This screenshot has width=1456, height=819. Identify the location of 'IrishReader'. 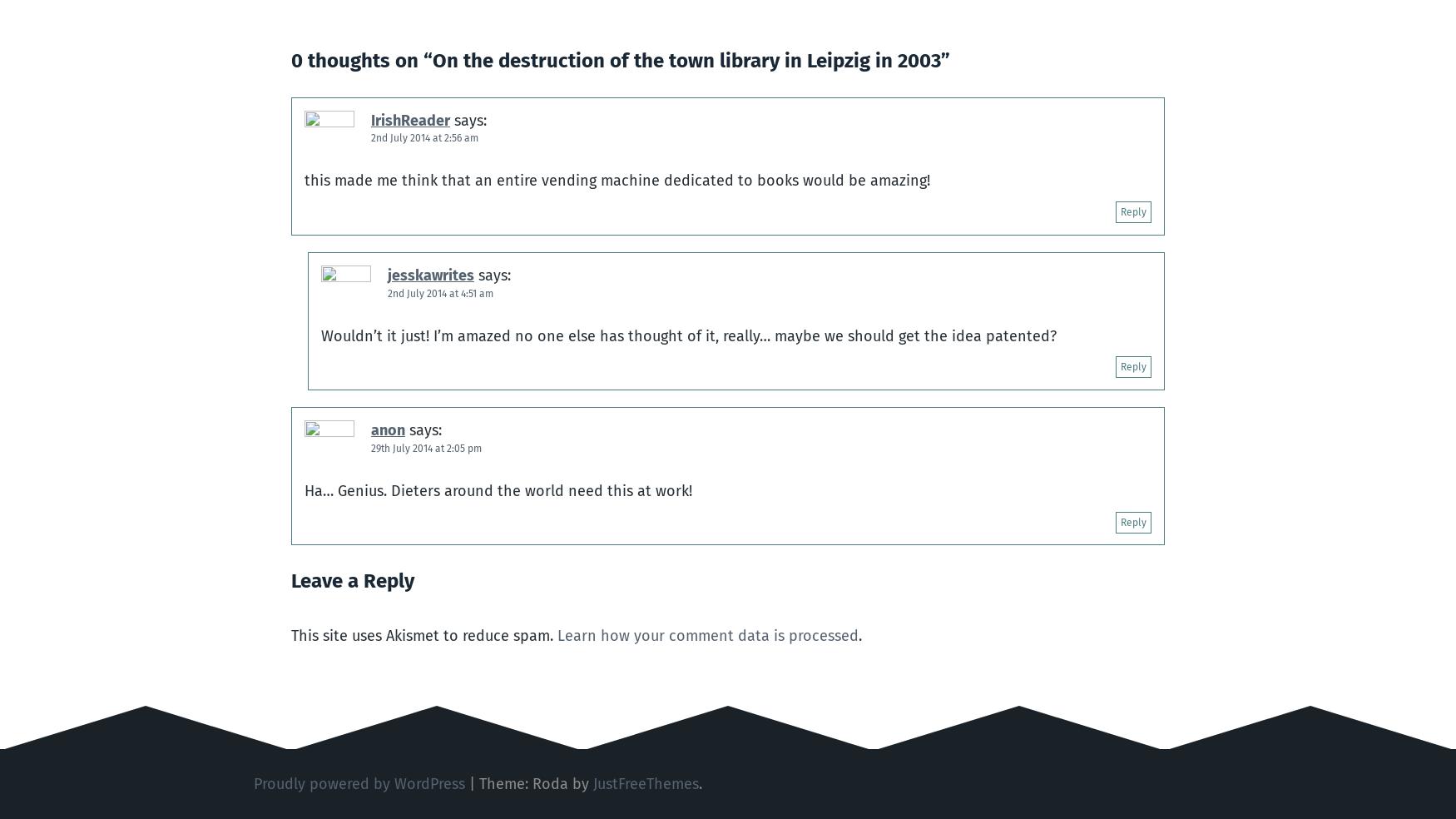
(371, 119).